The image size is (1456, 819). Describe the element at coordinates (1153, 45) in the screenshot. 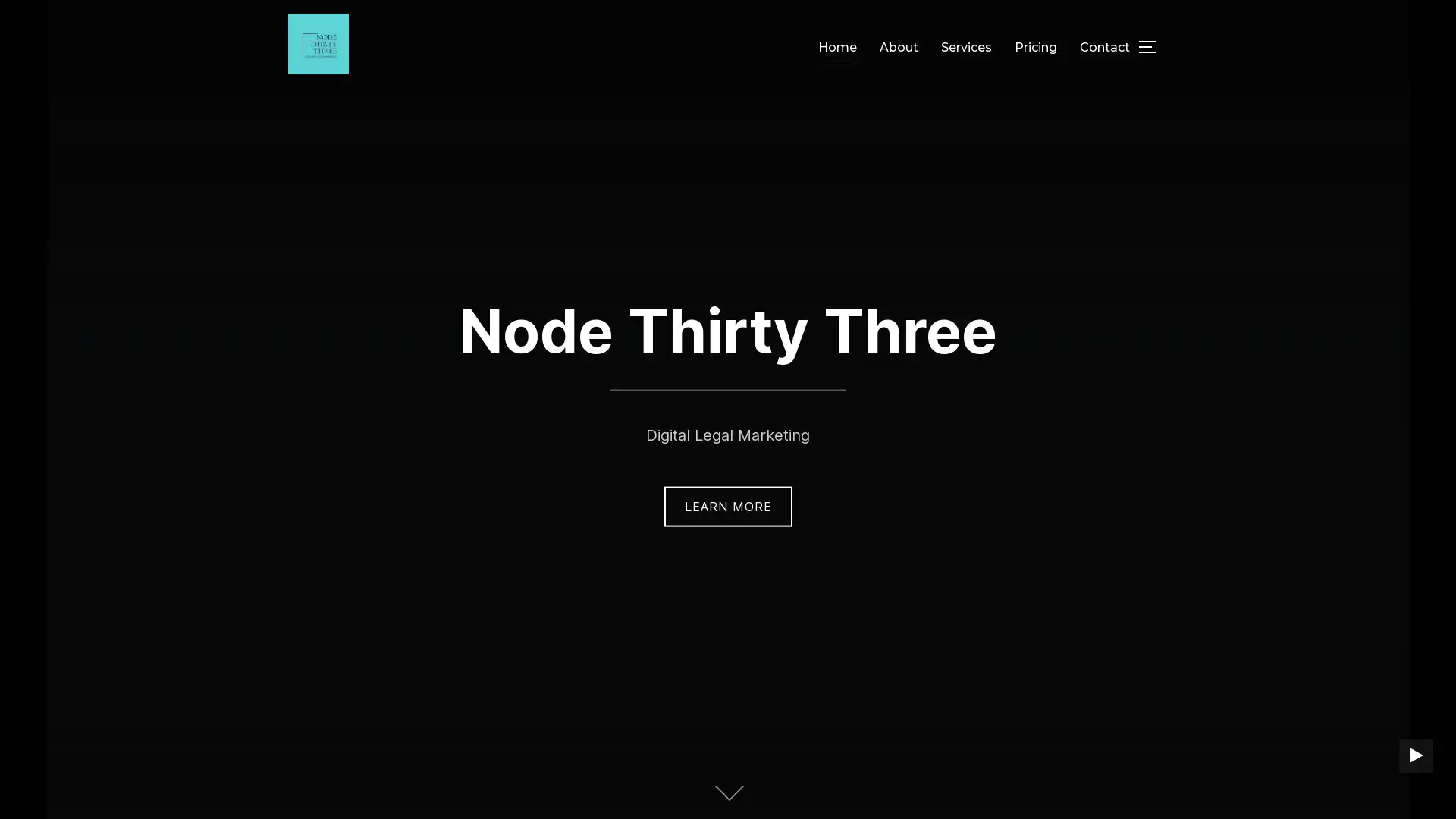

I see `TOGGLE SIDEBAR & NAVIGATION` at that location.